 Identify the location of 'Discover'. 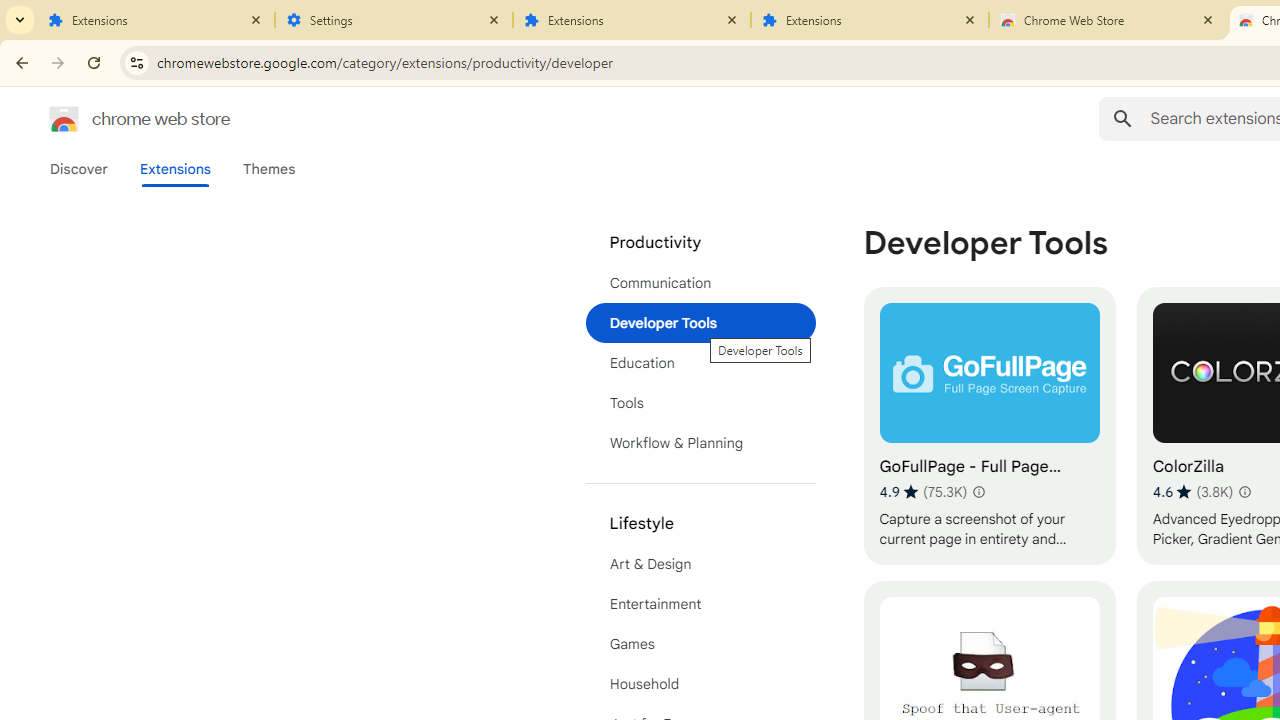
(79, 168).